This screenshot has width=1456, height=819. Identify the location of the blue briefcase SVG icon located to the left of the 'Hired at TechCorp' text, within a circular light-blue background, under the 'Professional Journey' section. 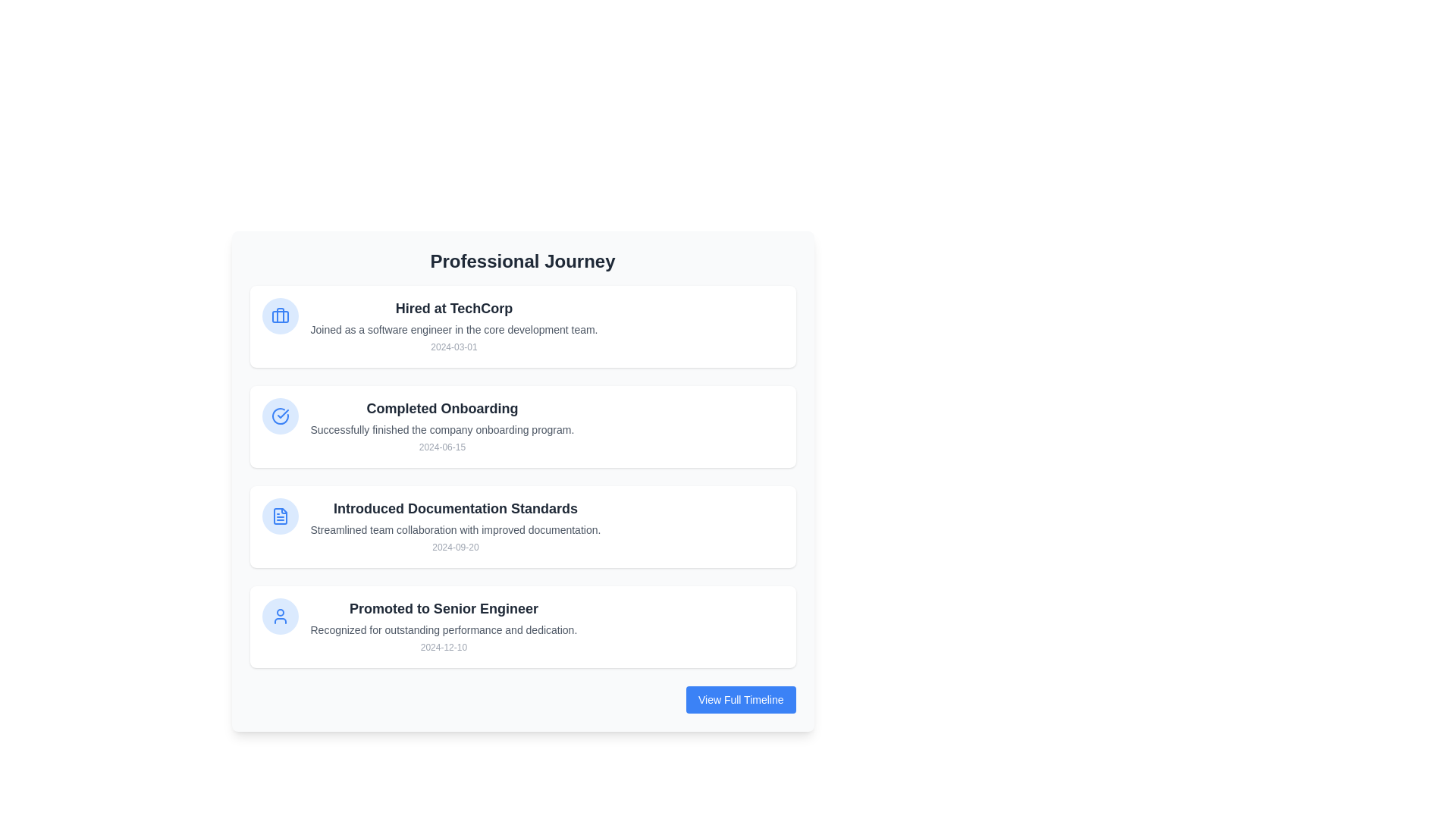
(280, 315).